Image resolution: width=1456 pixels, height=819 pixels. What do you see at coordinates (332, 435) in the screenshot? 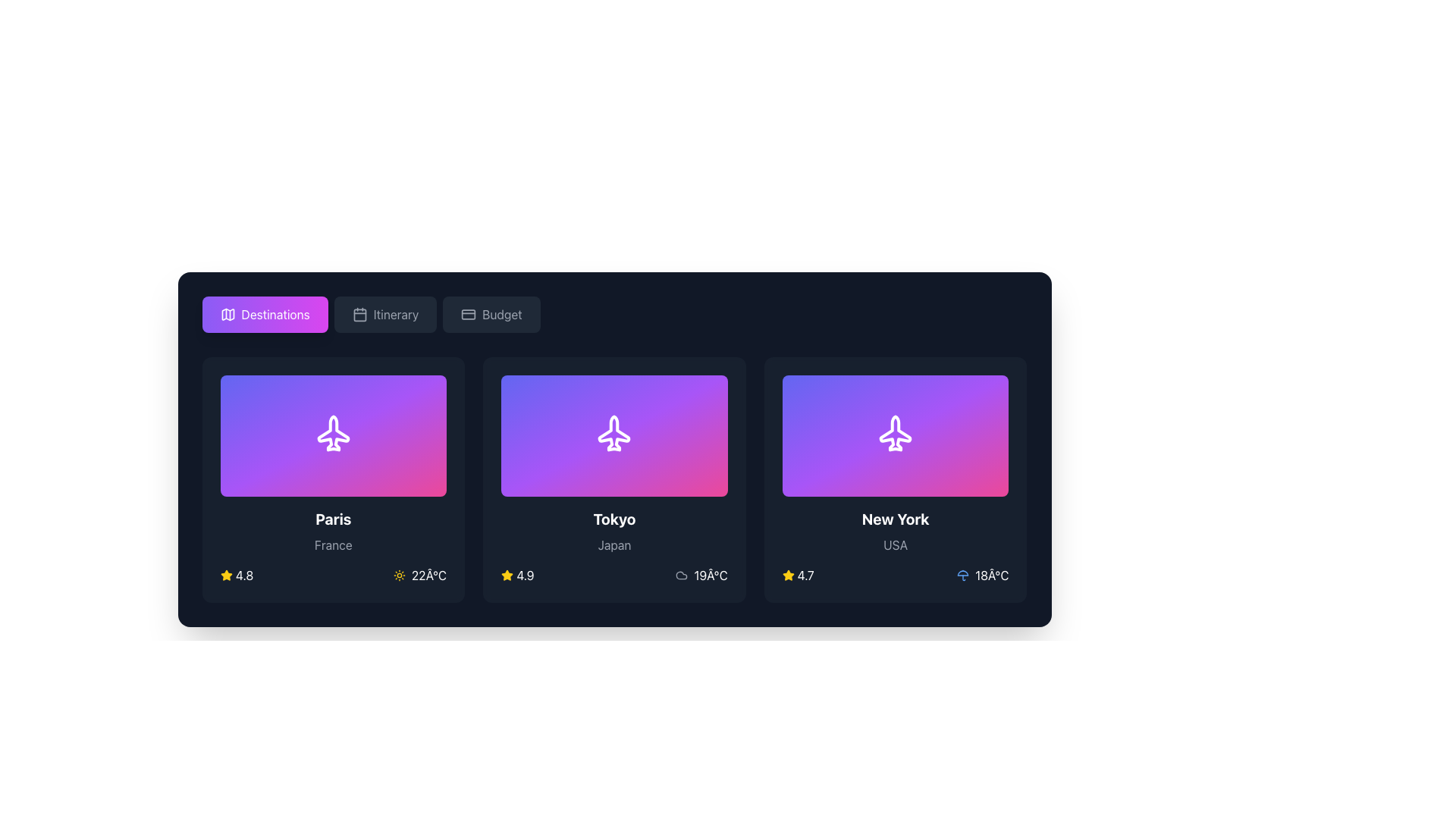
I see `the white airplane-shaped icon within the purple-pink gradient rectangle on the card associated with the destination 'Paris, France'` at bounding box center [332, 435].